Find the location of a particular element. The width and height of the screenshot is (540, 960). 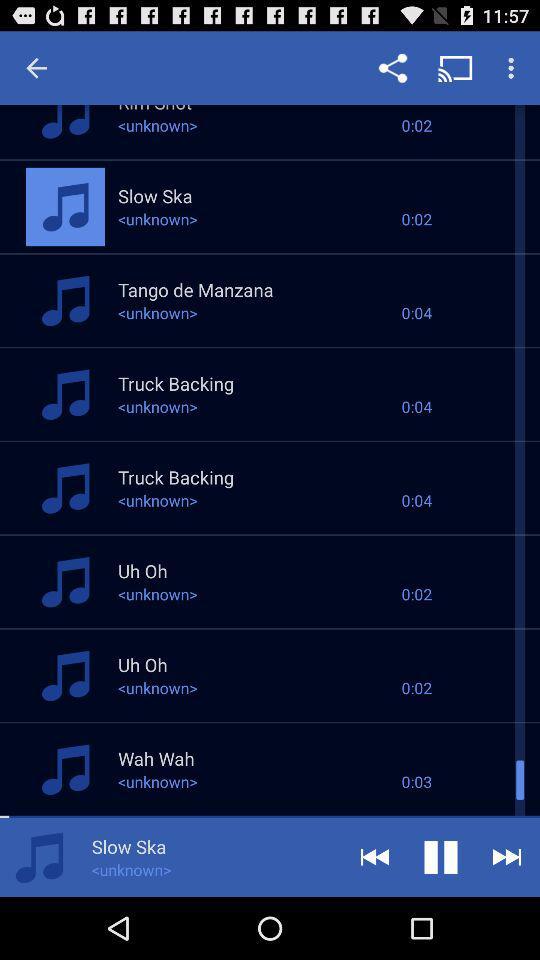

the pause icon is located at coordinates (441, 917).